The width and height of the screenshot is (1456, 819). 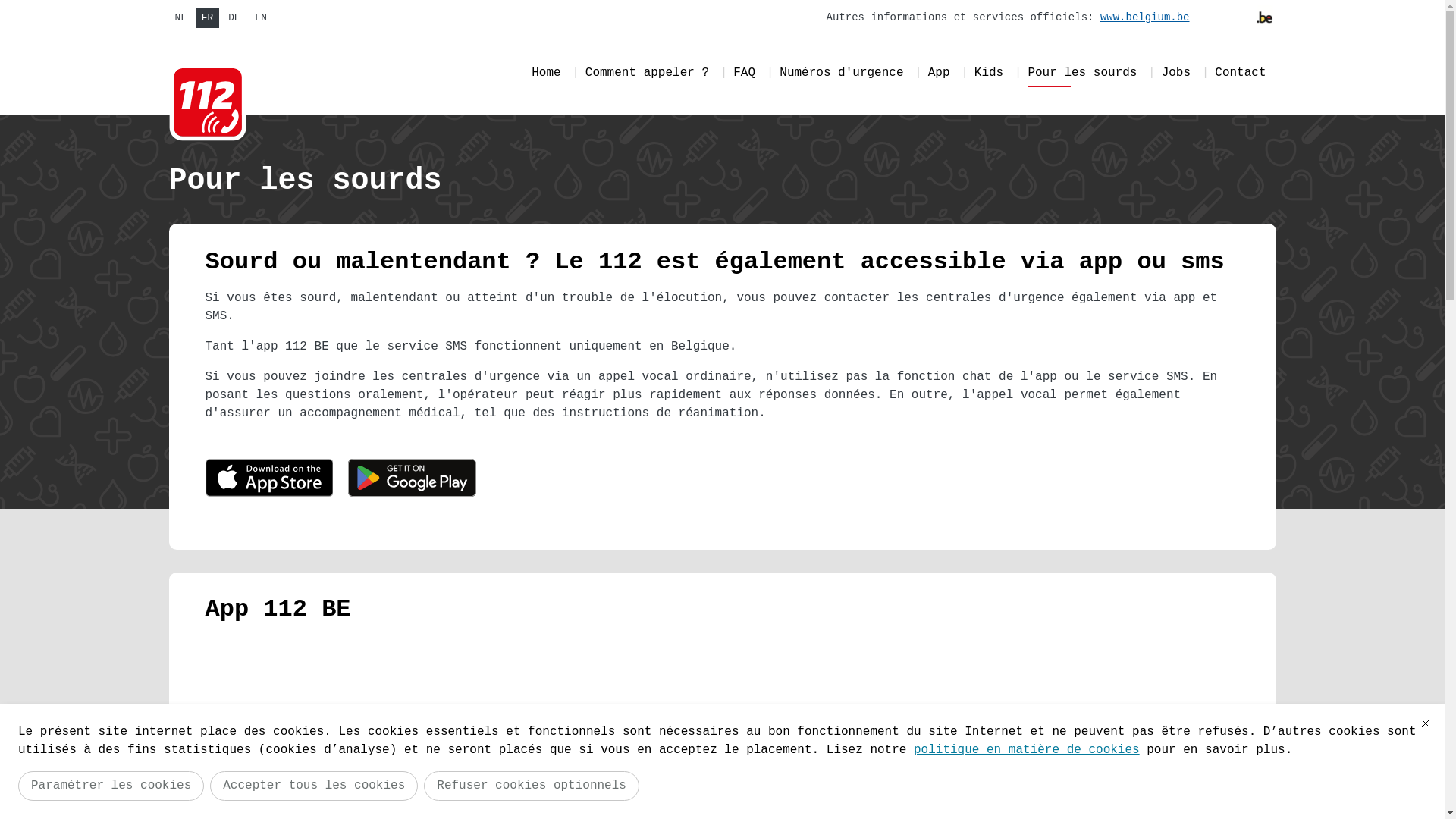 What do you see at coordinates (233, 17) in the screenshot?
I see `'DE'` at bounding box center [233, 17].